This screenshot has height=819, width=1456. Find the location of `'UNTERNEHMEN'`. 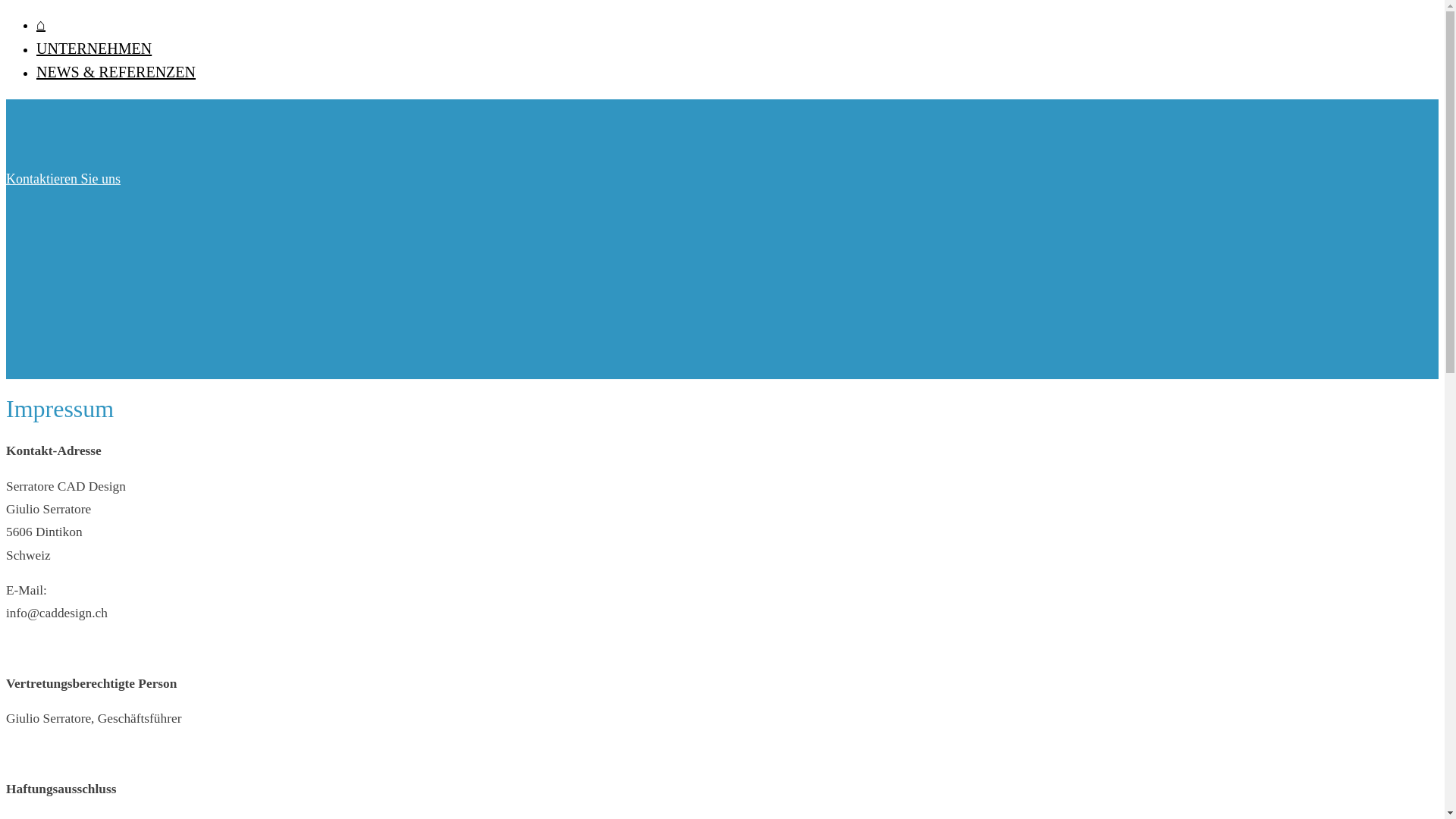

'UNTERNEHMEN' is located at coordinates (93, 46).